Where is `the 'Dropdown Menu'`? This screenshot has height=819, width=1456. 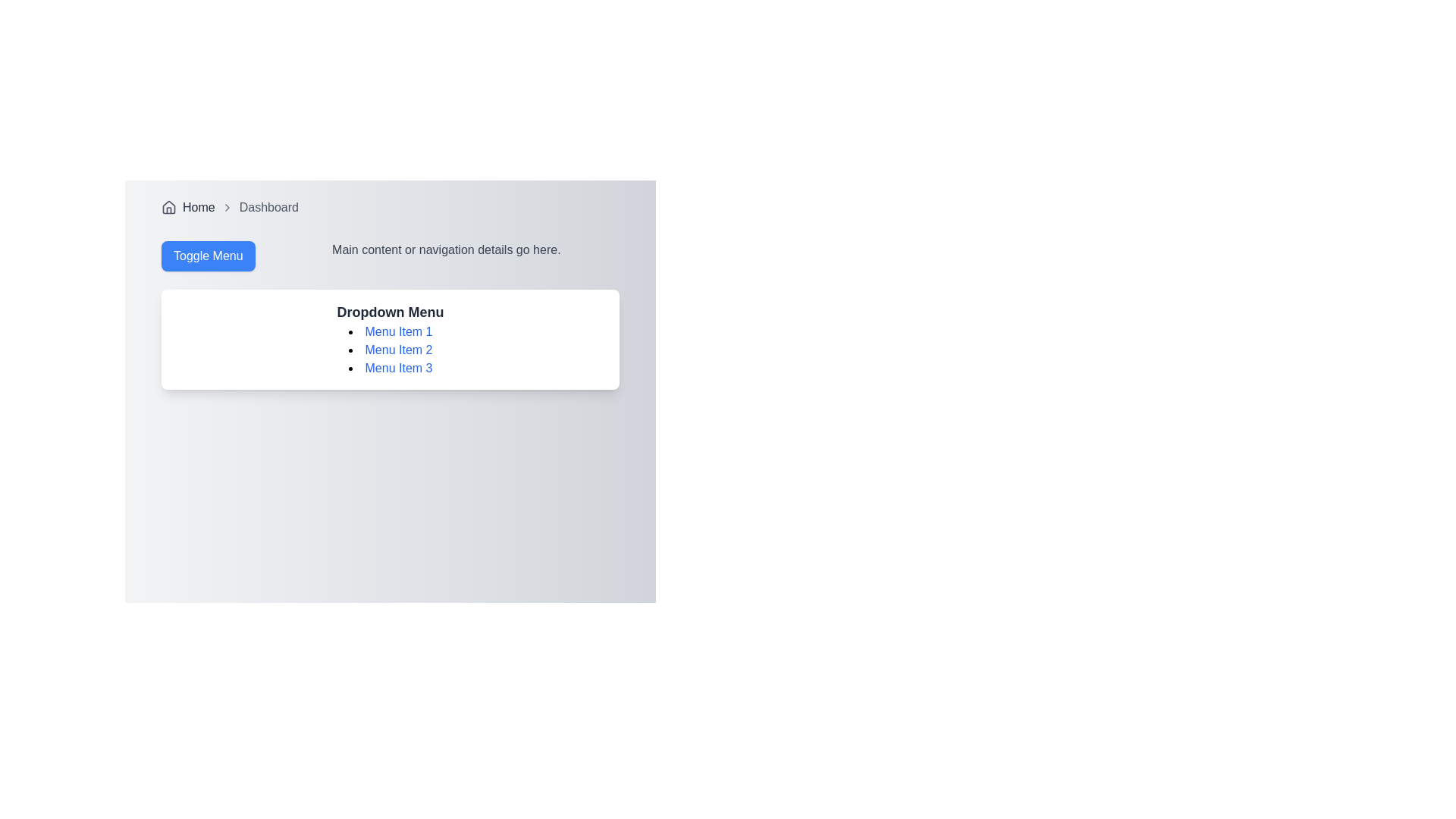 the 'Dropdown Menu' is located at coordinates (390, 338).